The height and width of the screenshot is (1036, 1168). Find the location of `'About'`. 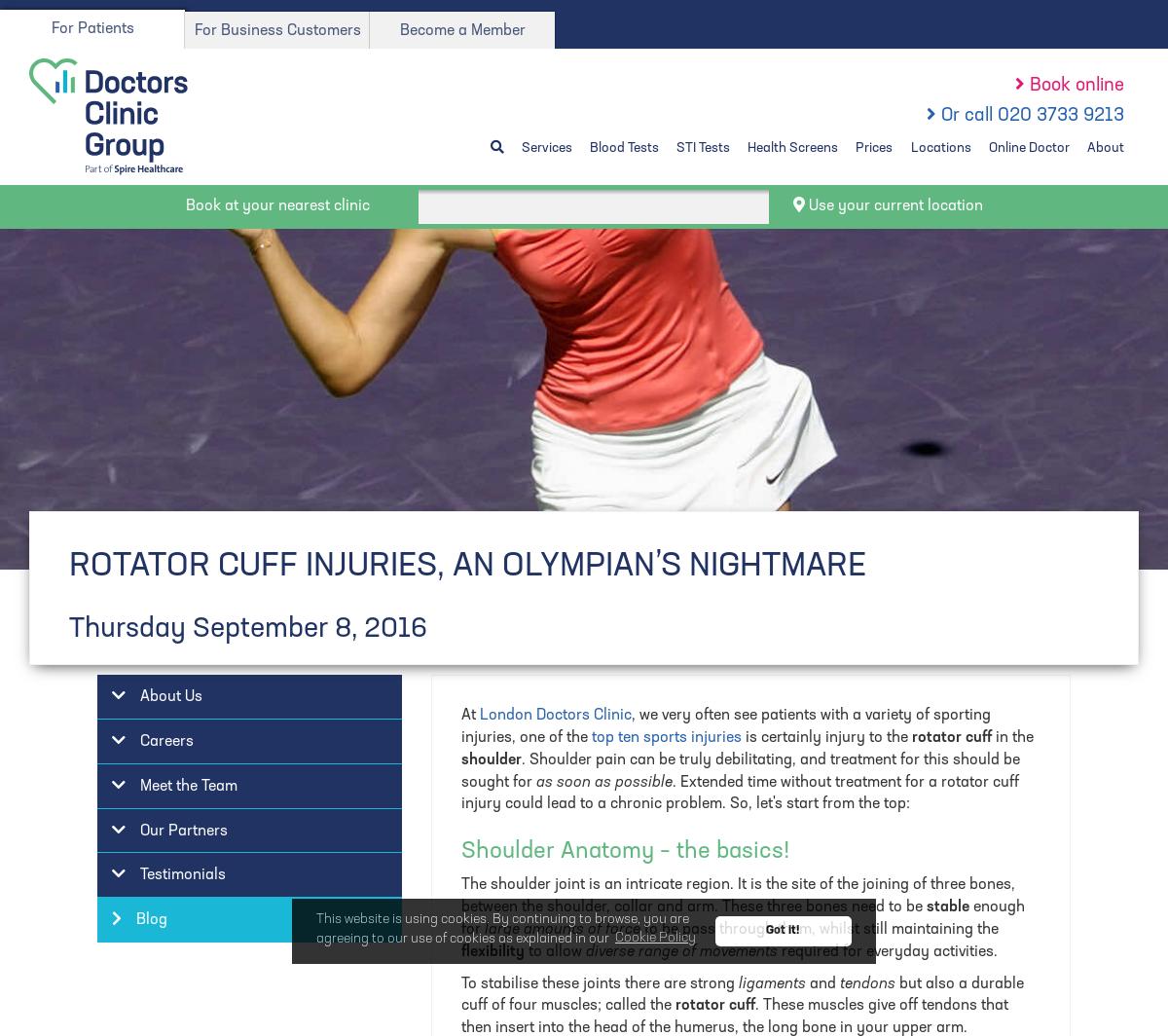

'About' is located at coordinates (1085, 147).